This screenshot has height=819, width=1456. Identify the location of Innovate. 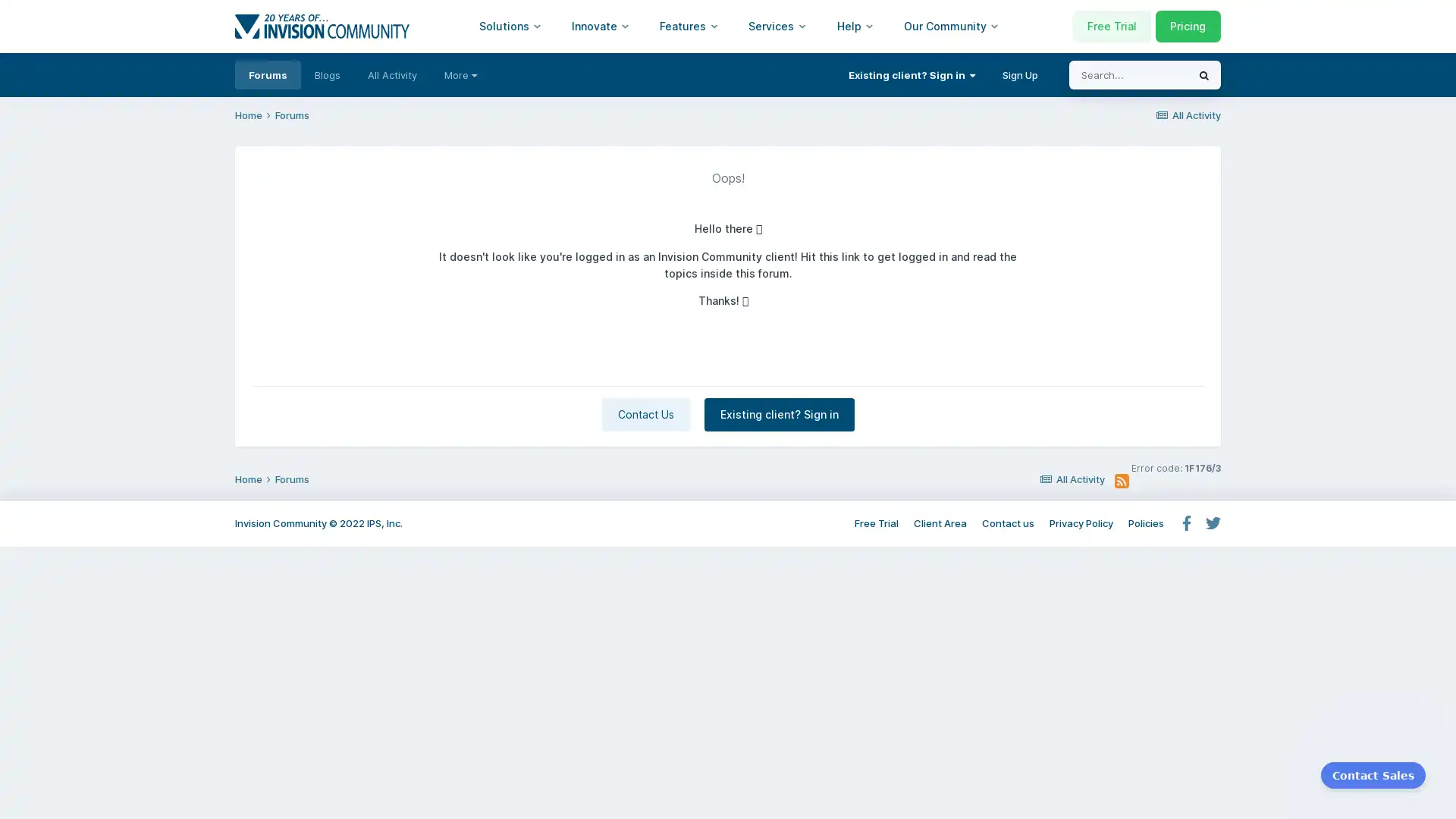
(600, 26).